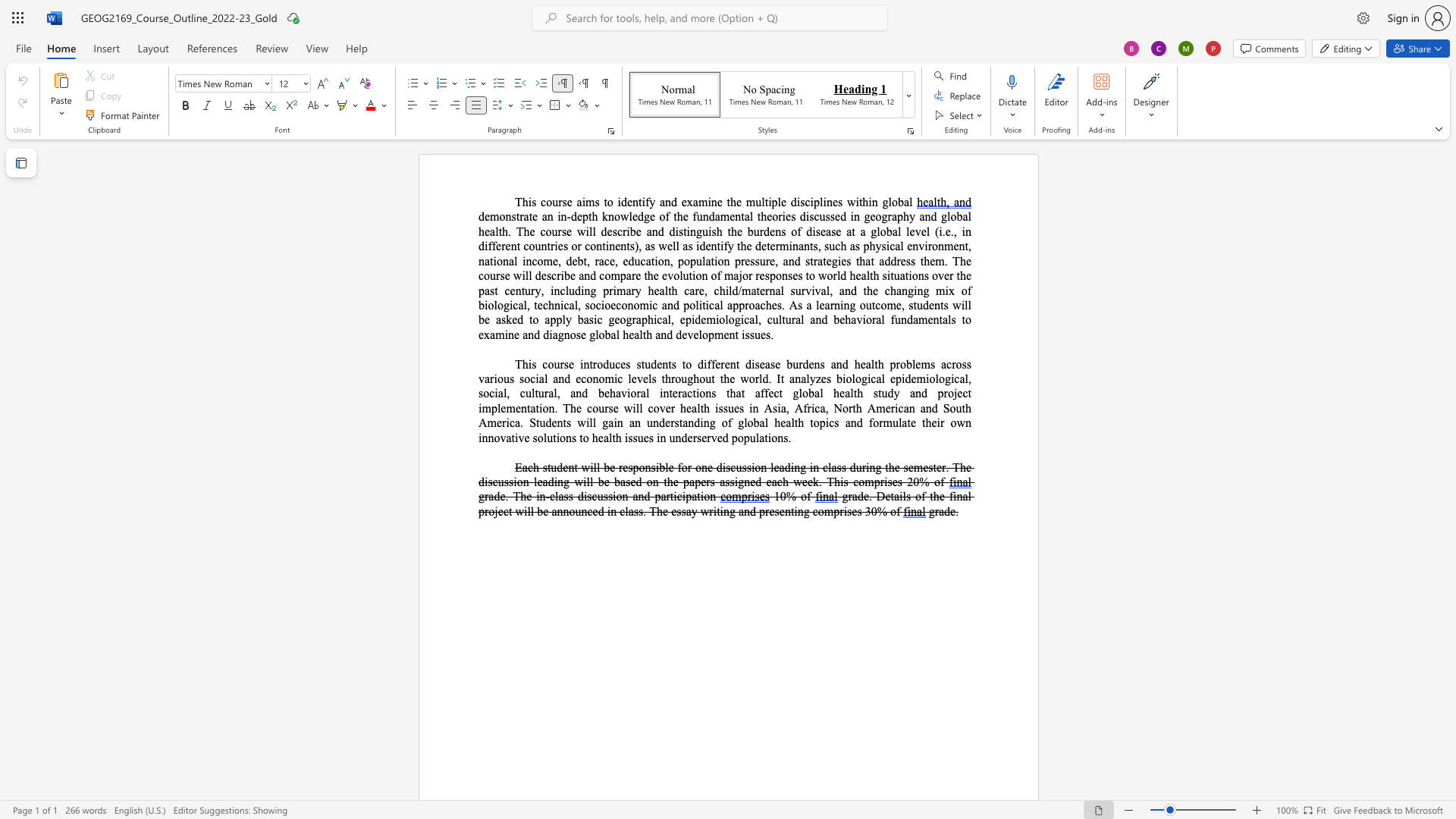 This screenshot has height=819, width=1456. What do you see at coordinates (749, 305) in the screenshot?
I see `the space between the continuous character "r" and "o" in the text` at bounding box center [749, 305].